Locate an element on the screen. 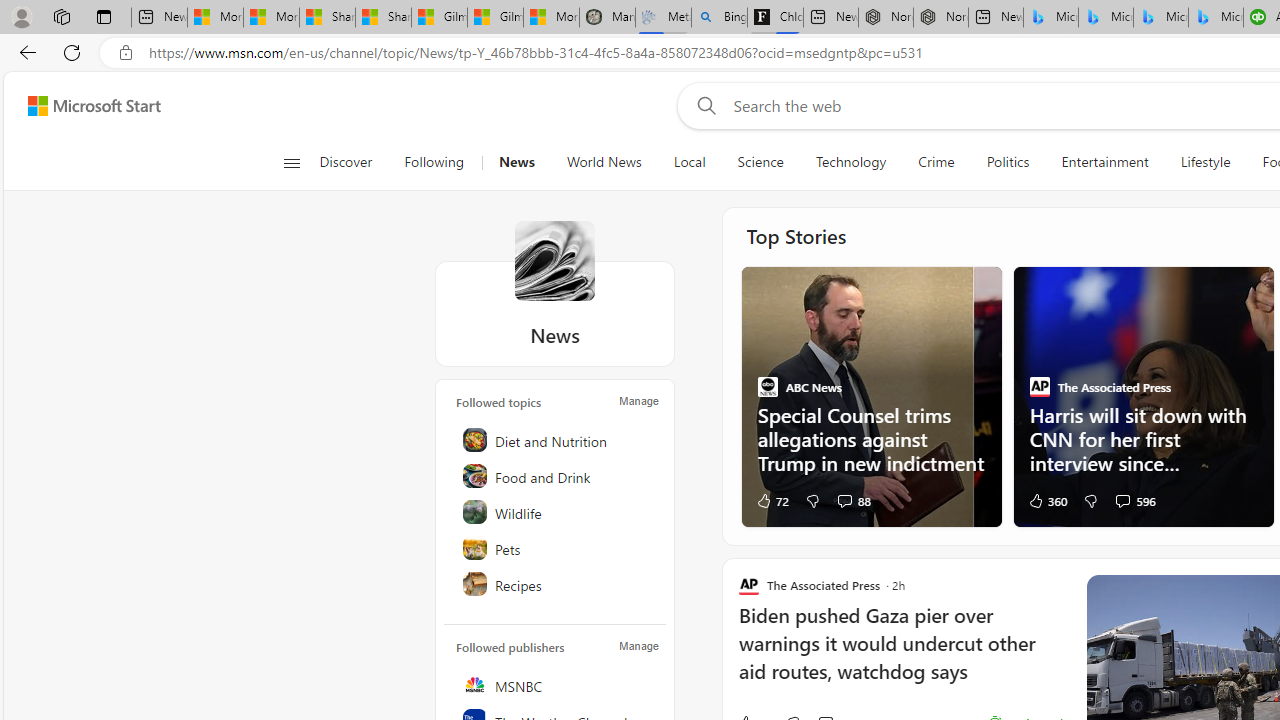 This screenshot has height=720, width=1280. 'World News' is located at coordinates (603, 162).